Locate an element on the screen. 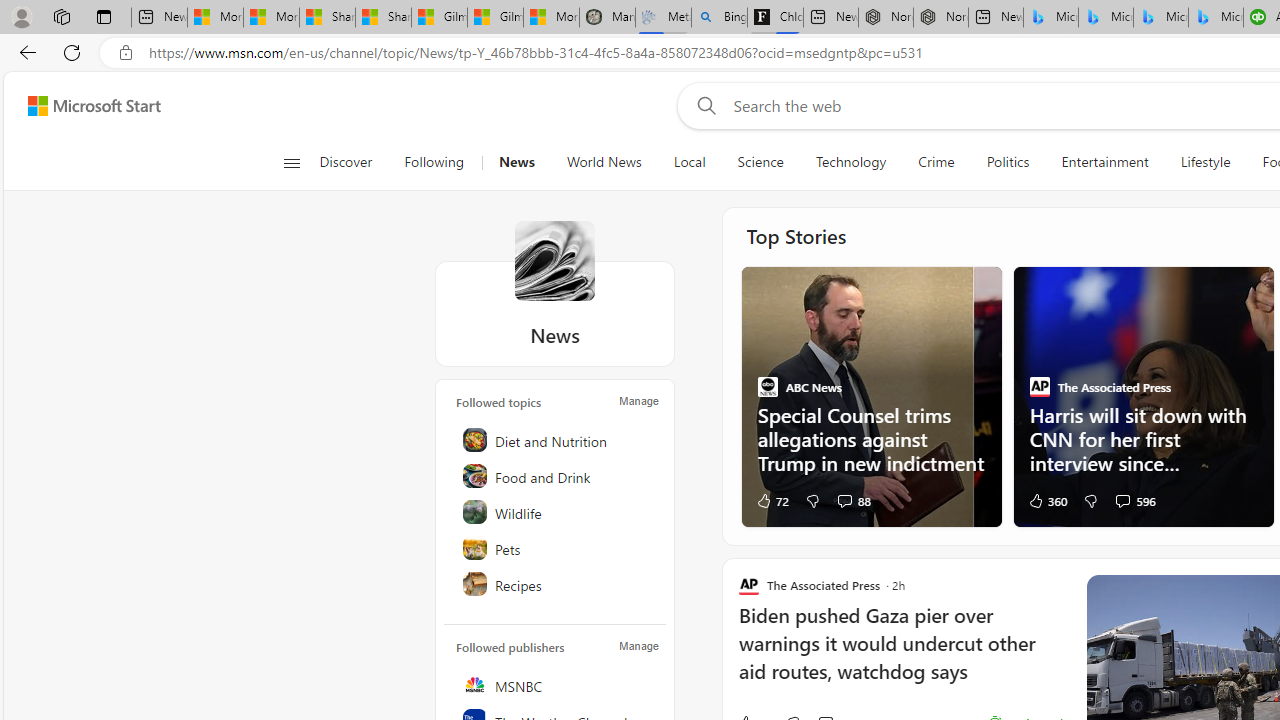 This screenshot has height=720, width=1280. 'World News' is located at coordinates (603, 162).